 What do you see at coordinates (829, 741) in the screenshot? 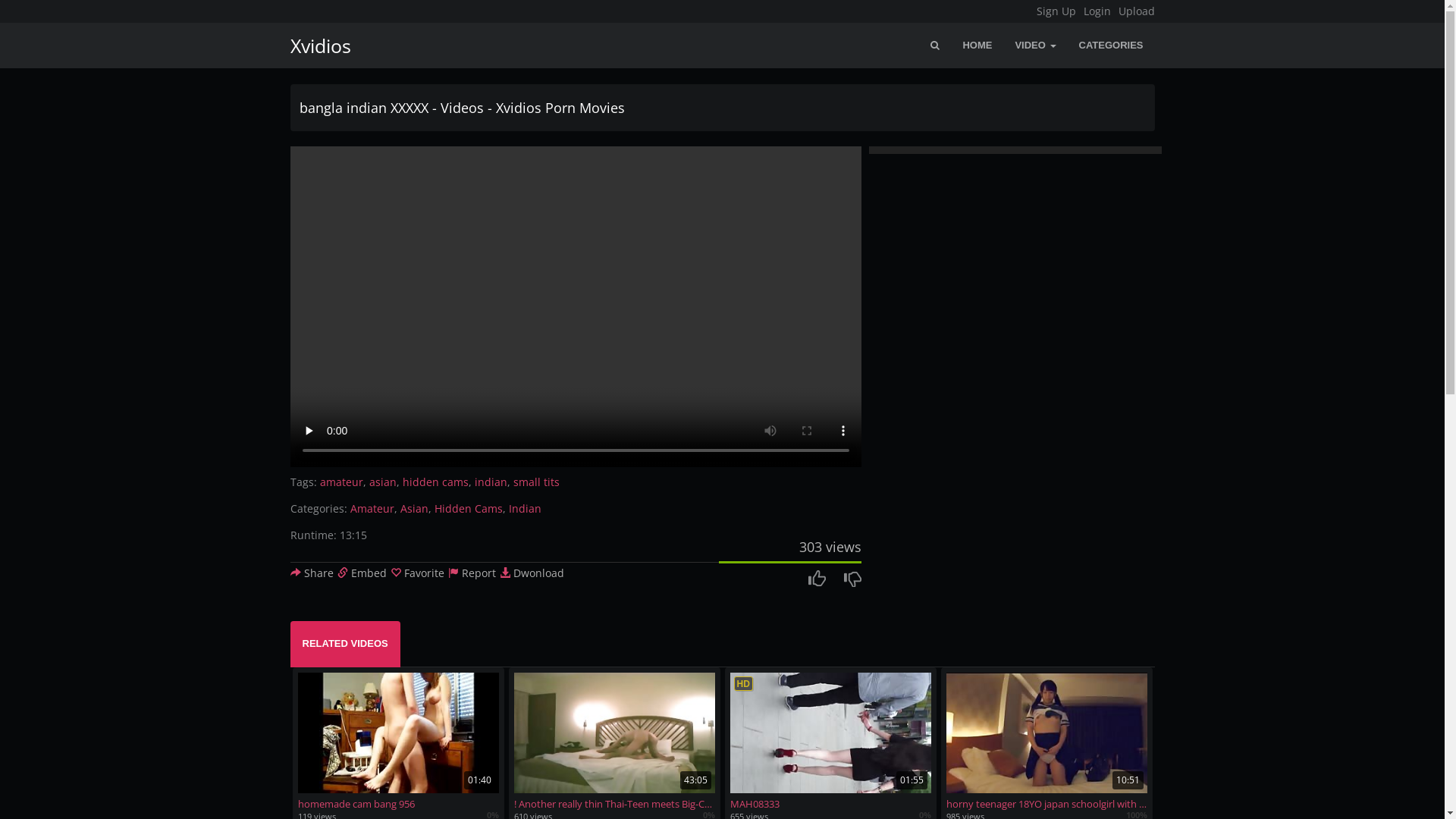
I see `'HD` at bounding box center [829, 741].